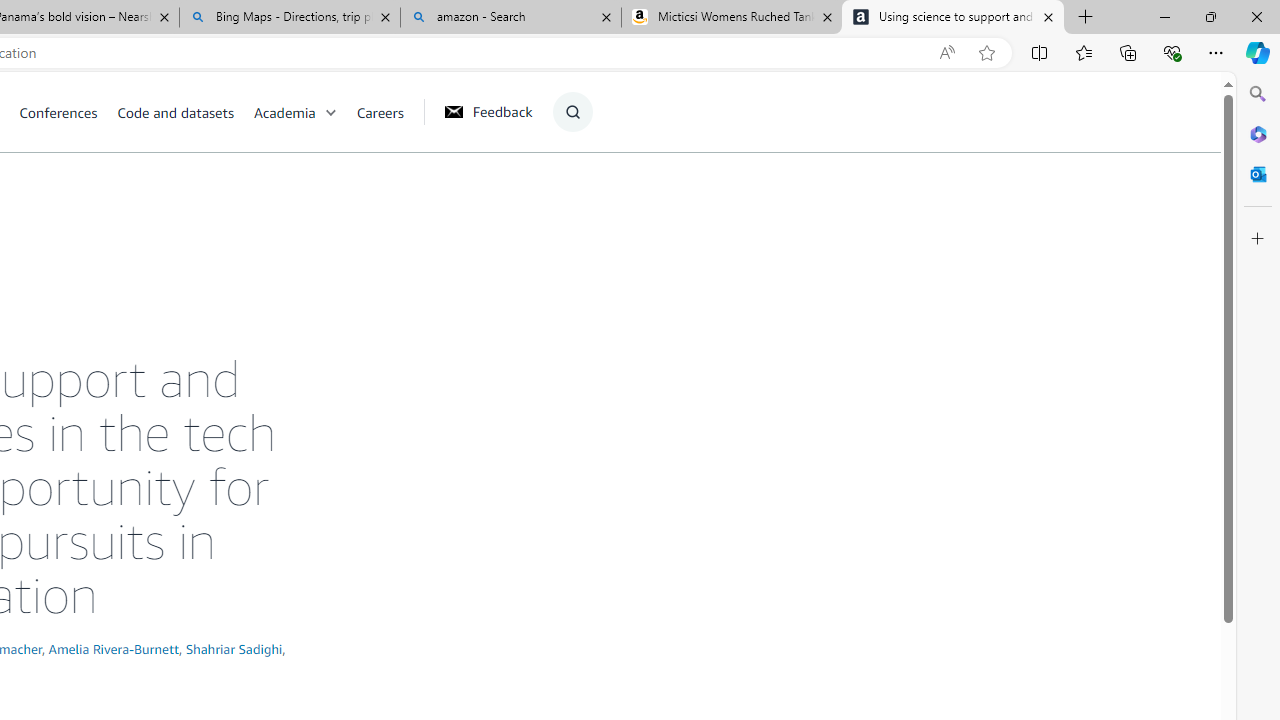 The width and height of the screenshot is (1280, 720). I want to click on 'Conferences', so click(58, 111).